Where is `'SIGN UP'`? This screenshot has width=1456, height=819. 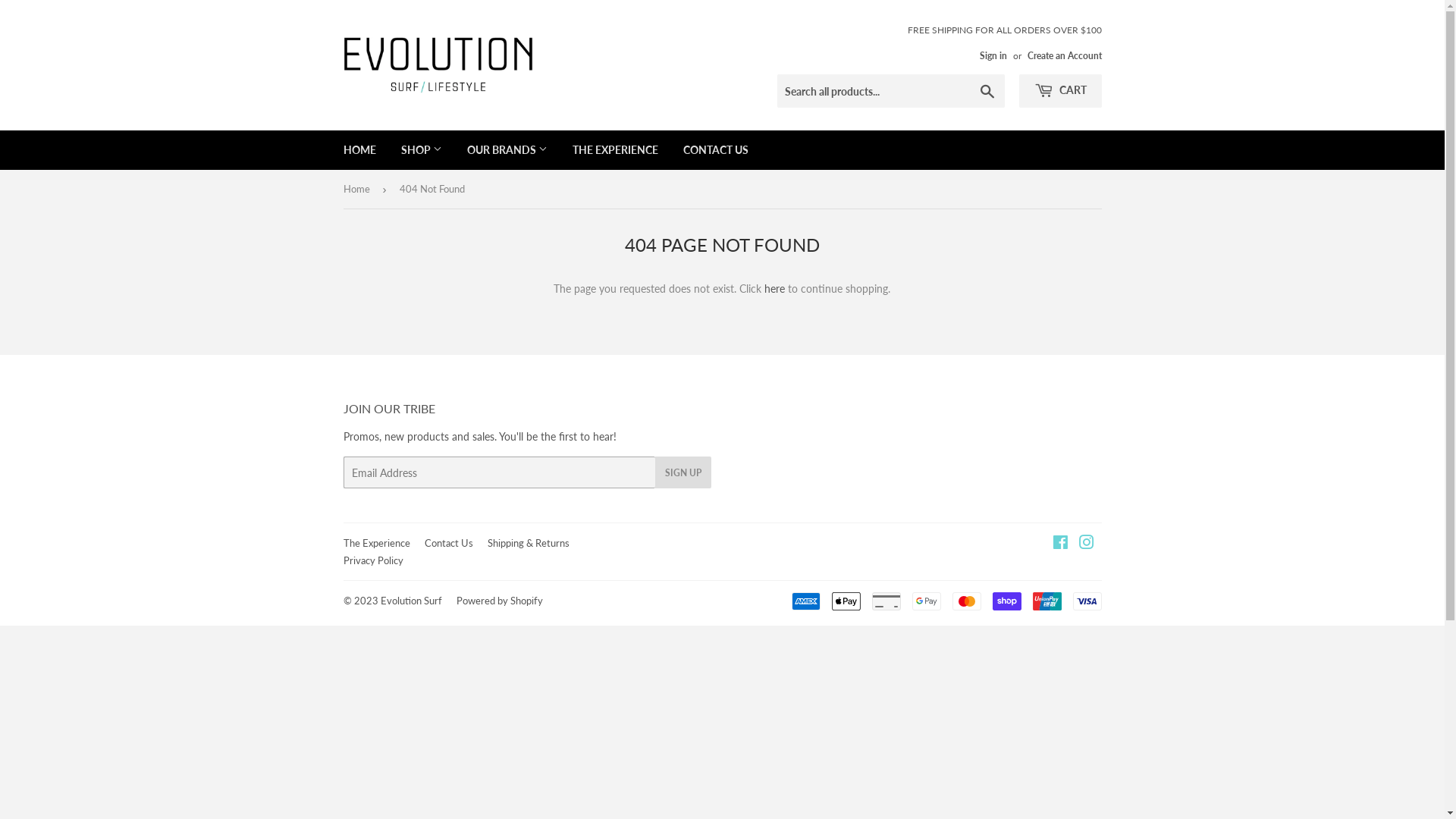 'SIGN UP' is located at coordinates (655, 472).